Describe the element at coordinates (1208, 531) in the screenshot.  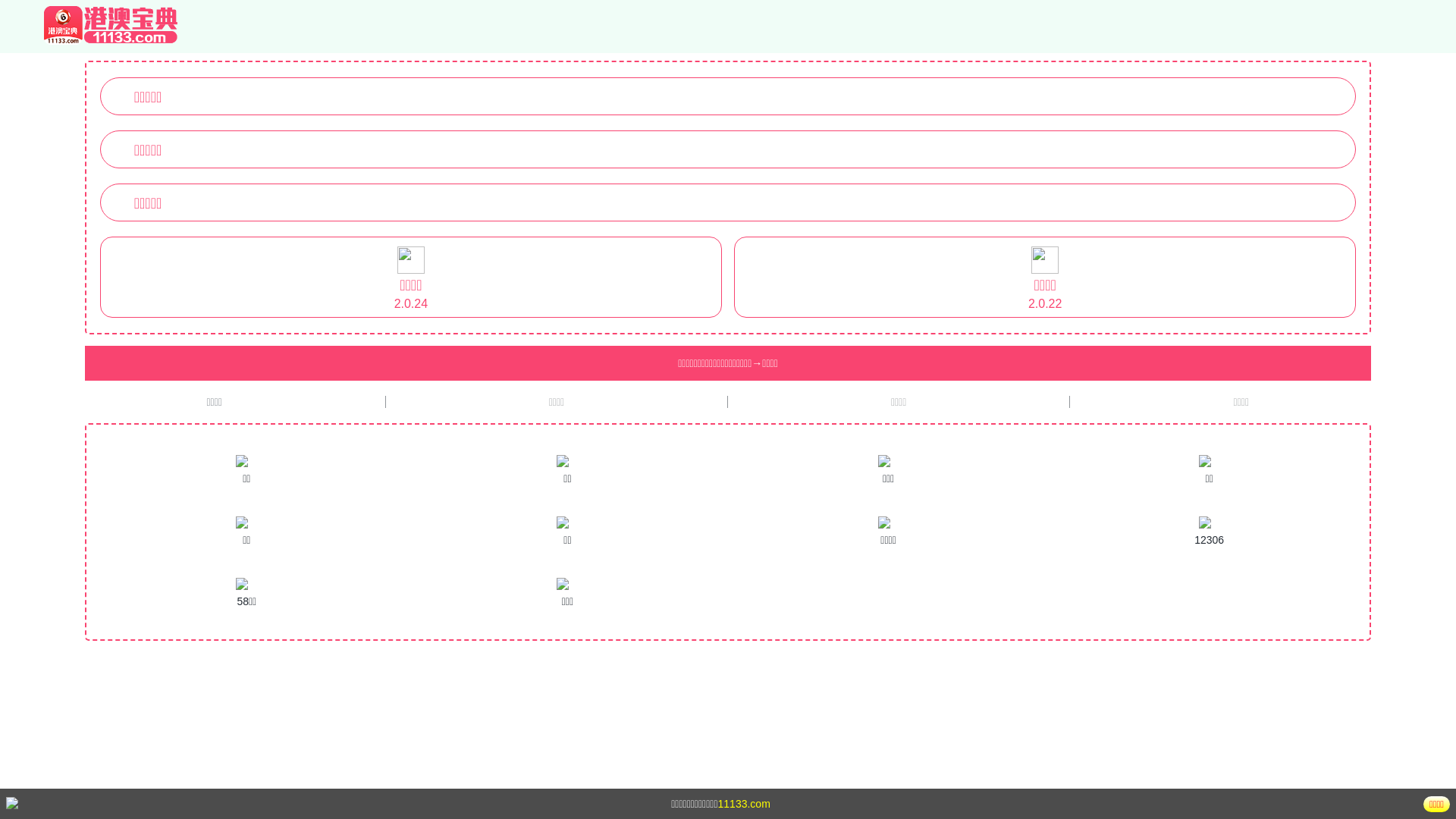
I see `'12306'` at that location.